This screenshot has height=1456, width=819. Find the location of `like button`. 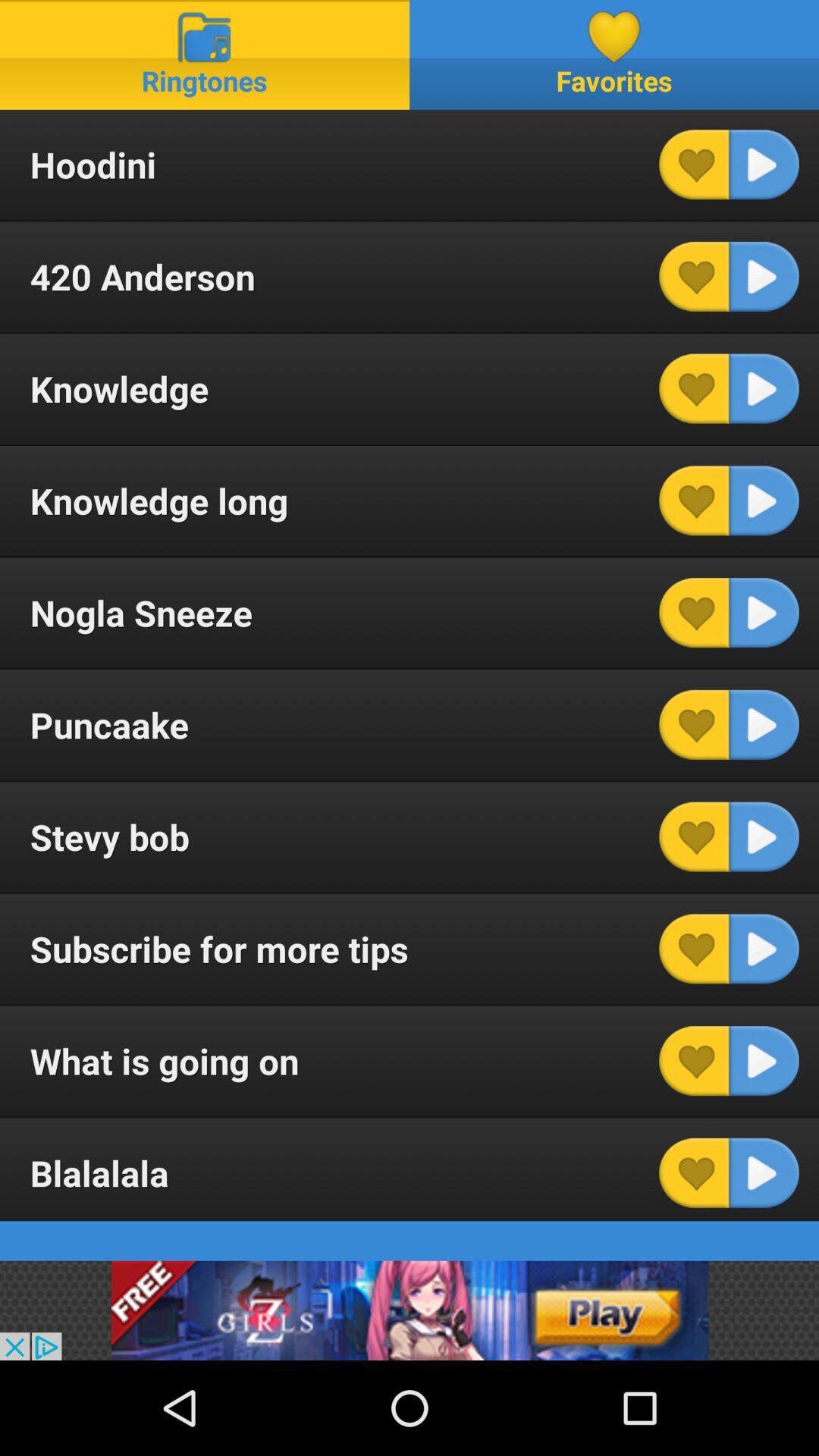

like button is located at coordinates (694, 500).